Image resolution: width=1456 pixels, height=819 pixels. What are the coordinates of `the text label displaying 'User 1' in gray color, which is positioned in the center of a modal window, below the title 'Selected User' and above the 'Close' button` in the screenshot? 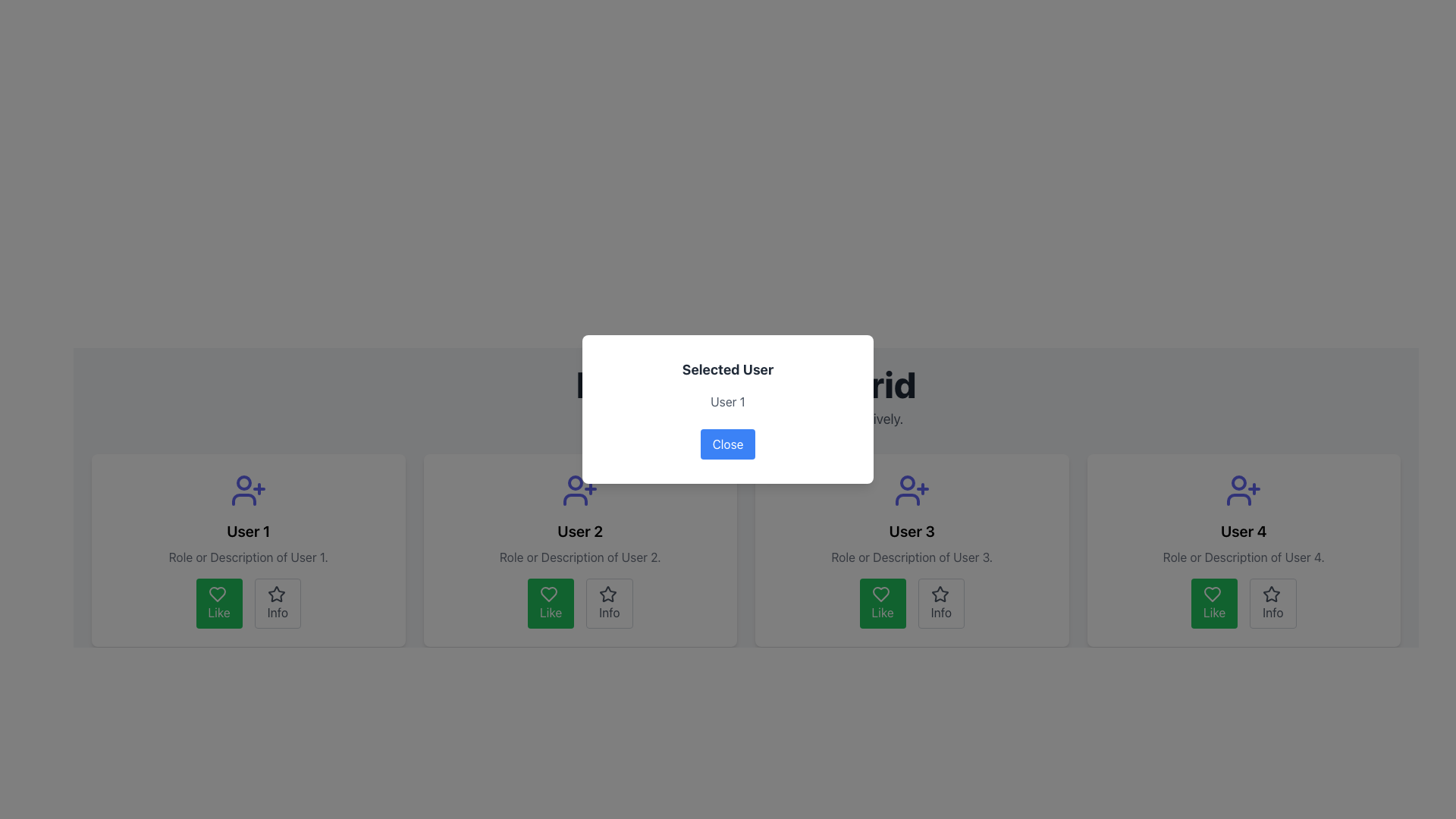 It's located at (728, 400).